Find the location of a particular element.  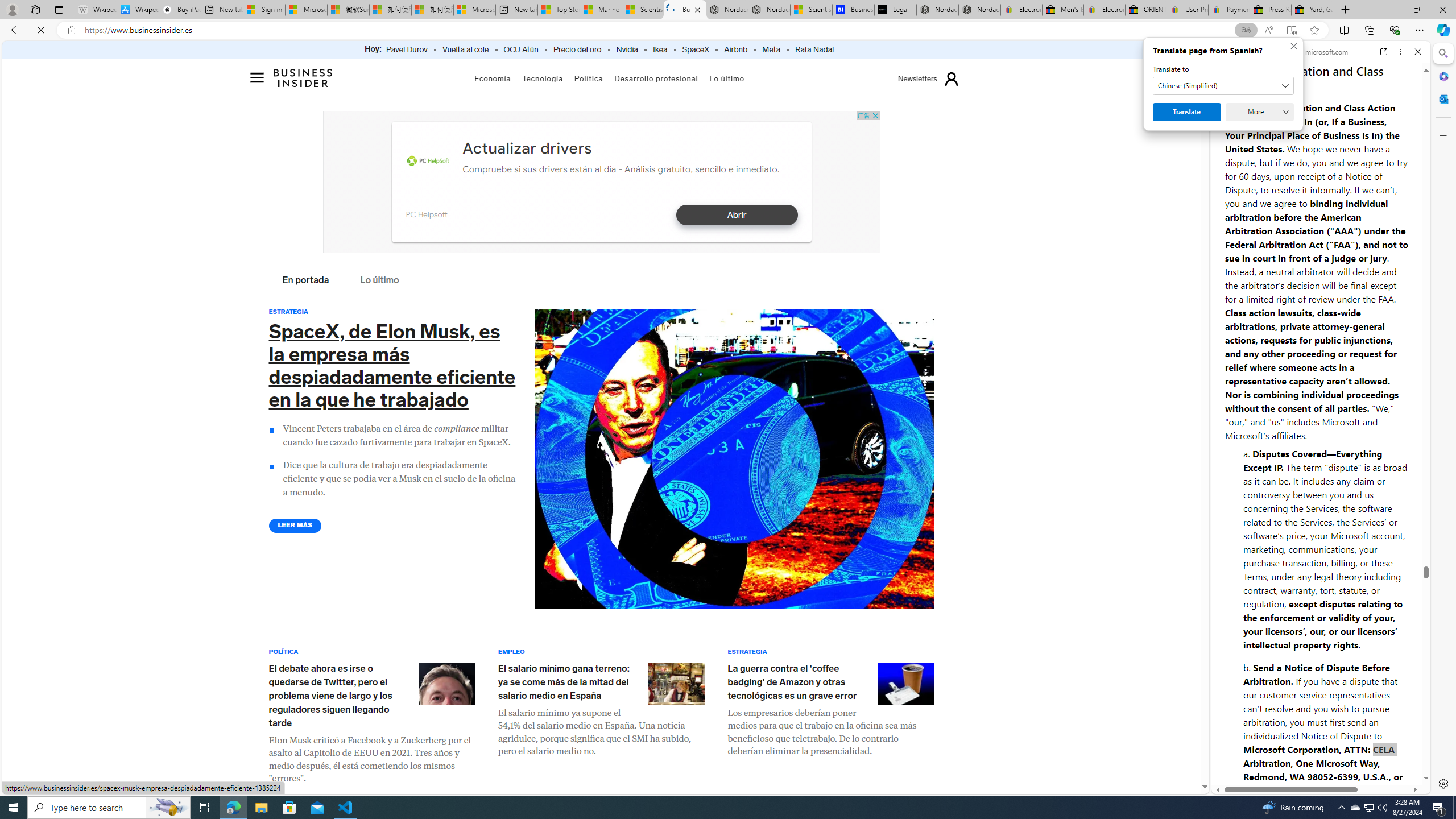

'Buy iPad - Apple' is located at coordinates (179, 9).